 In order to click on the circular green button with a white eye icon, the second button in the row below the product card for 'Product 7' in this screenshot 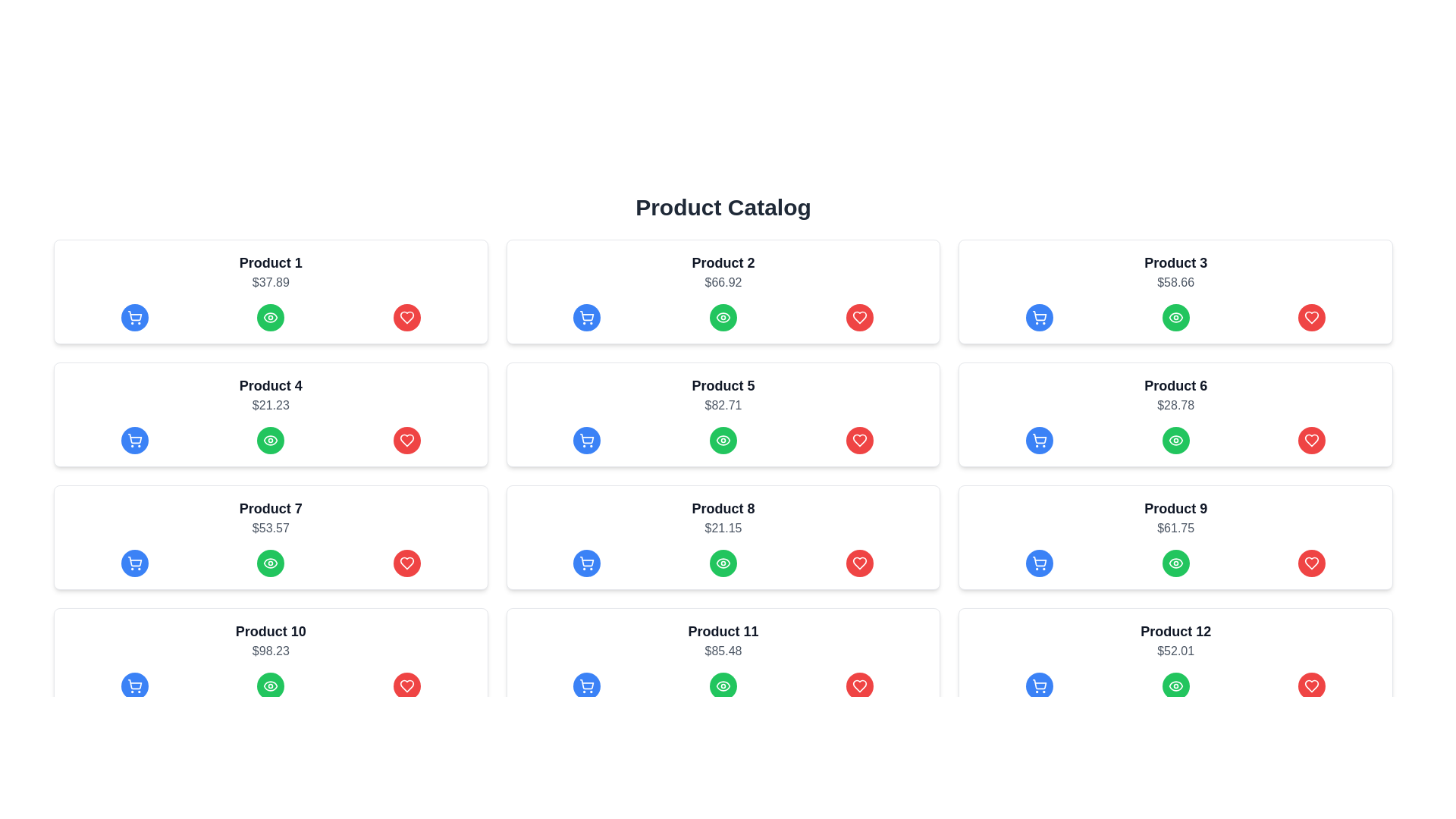, I will do `click(271, 563)`.